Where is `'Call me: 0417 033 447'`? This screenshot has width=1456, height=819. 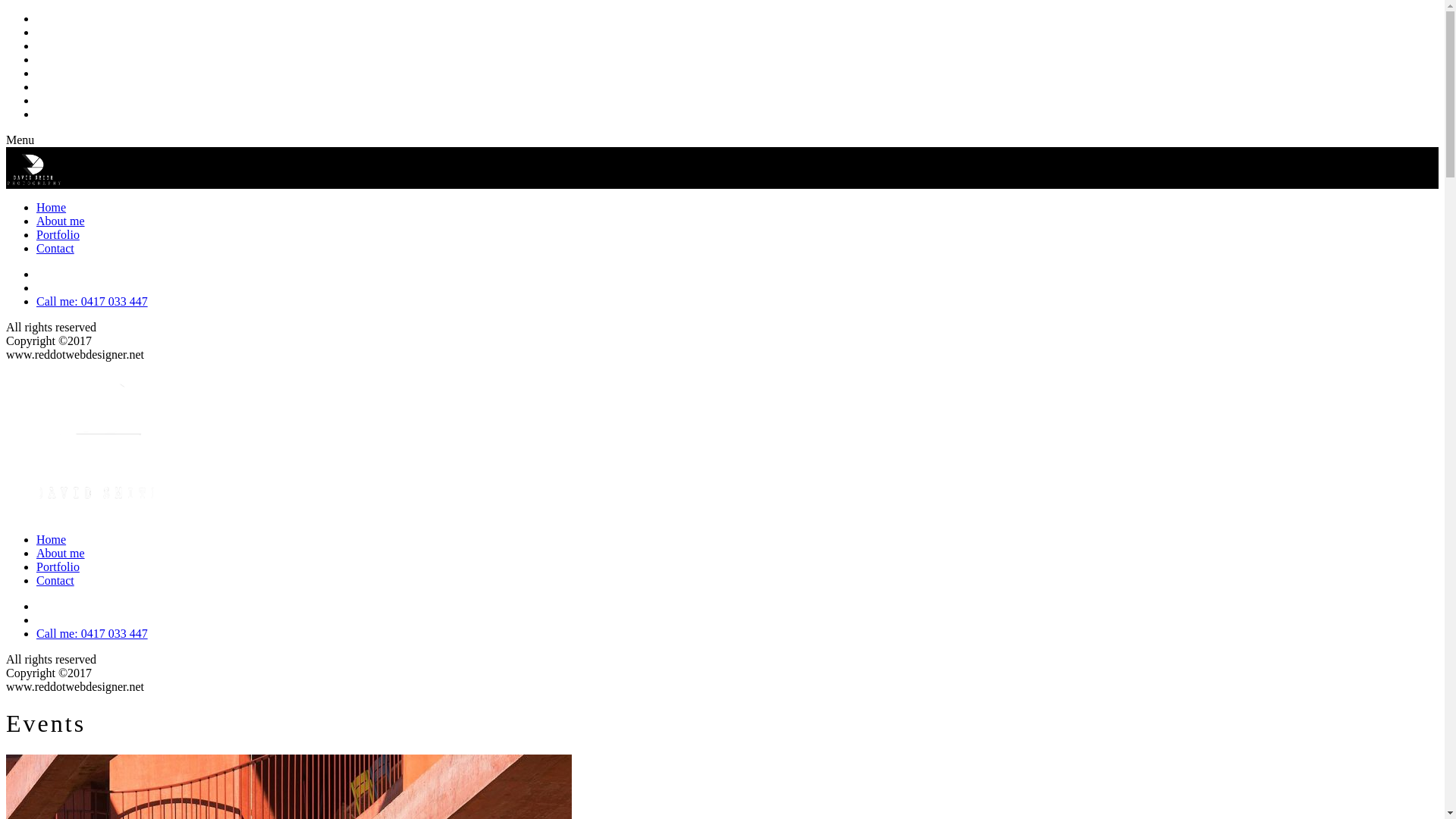
'Call me: 0417 033 447' is located at coordinates (91, 633).